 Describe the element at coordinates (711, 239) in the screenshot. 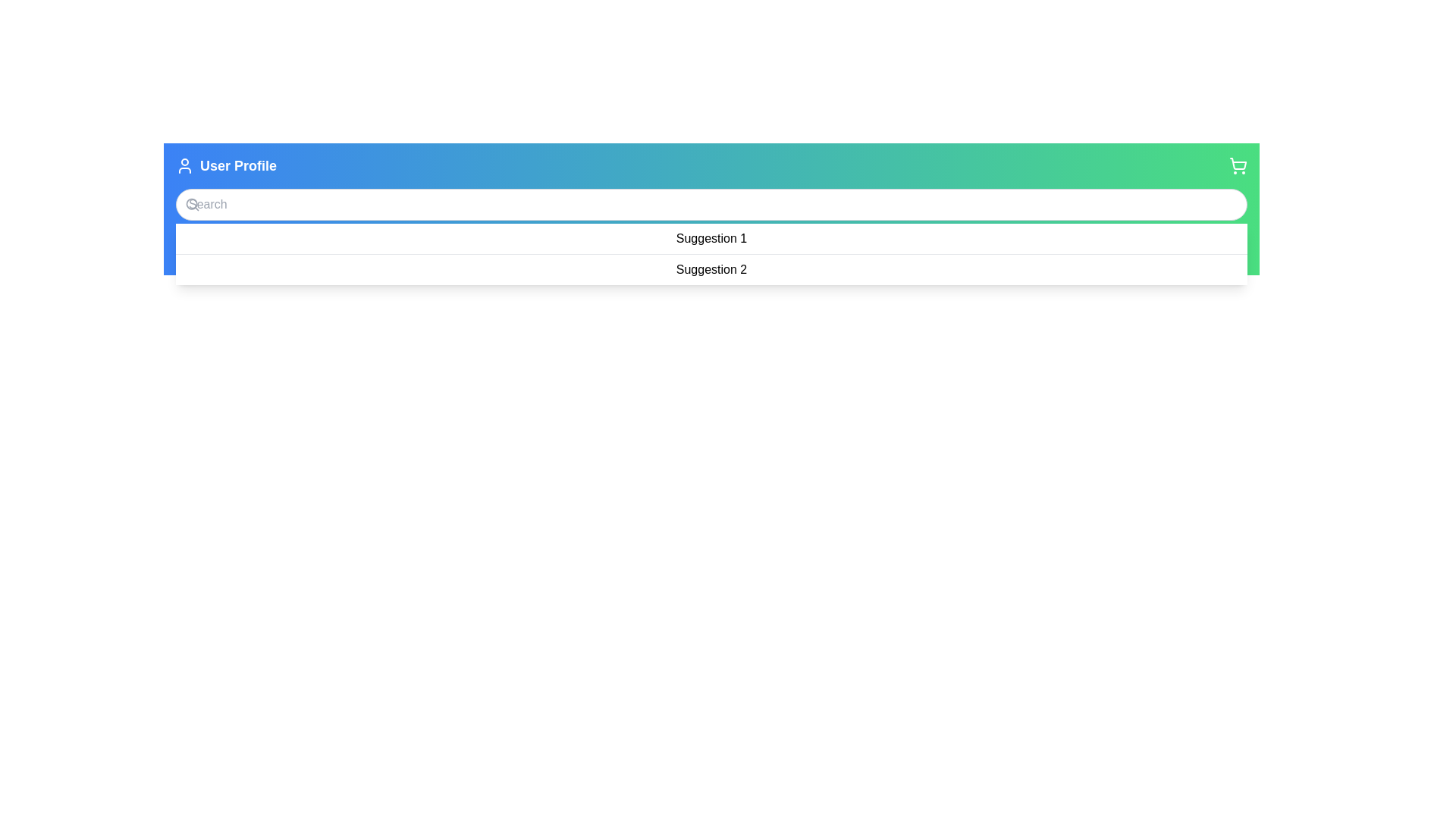

I see `the dropdown list item labeled 'Suggestion 1'` at that location.